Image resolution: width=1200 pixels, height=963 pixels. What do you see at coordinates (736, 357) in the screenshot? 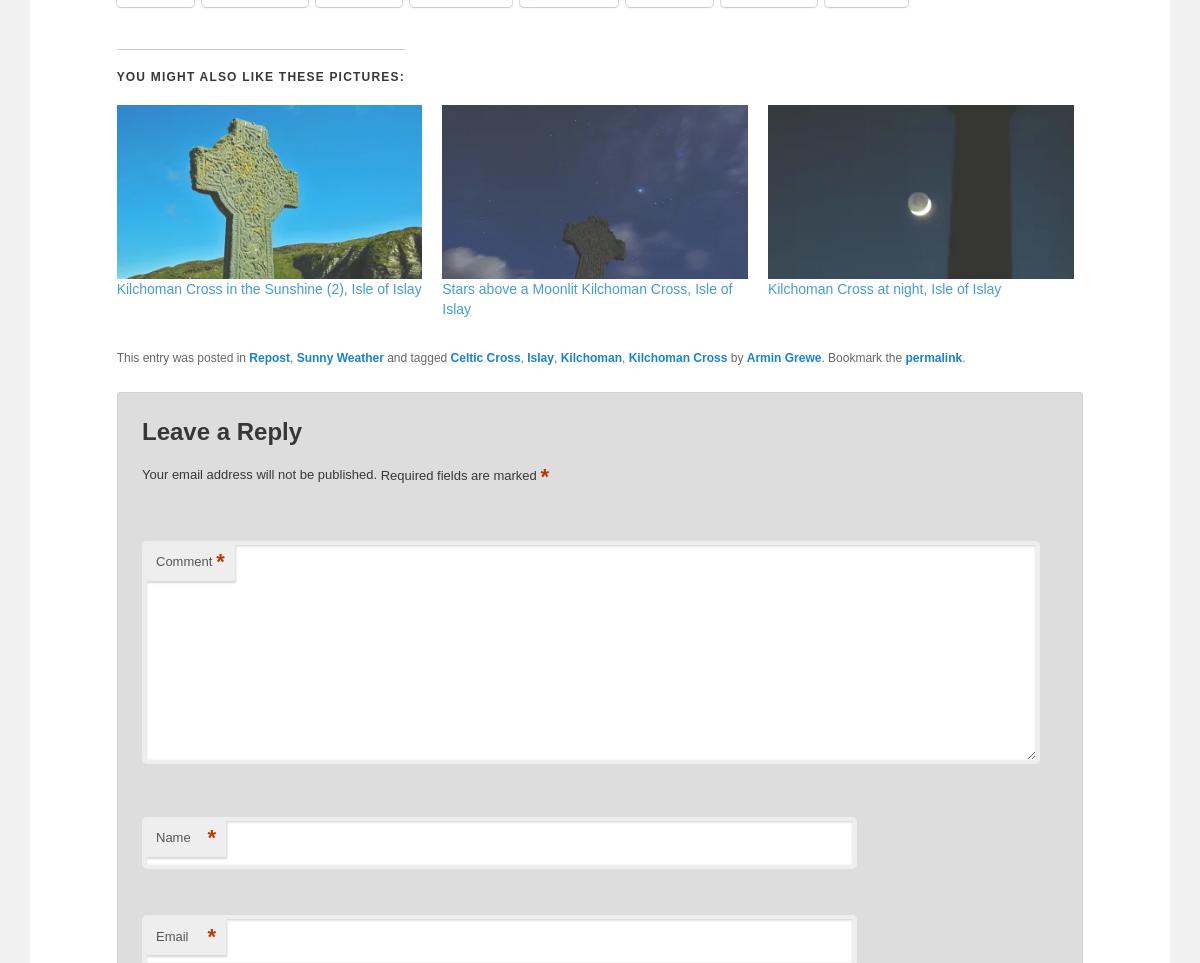
I see `'by'` at bounding box center [736, 357].